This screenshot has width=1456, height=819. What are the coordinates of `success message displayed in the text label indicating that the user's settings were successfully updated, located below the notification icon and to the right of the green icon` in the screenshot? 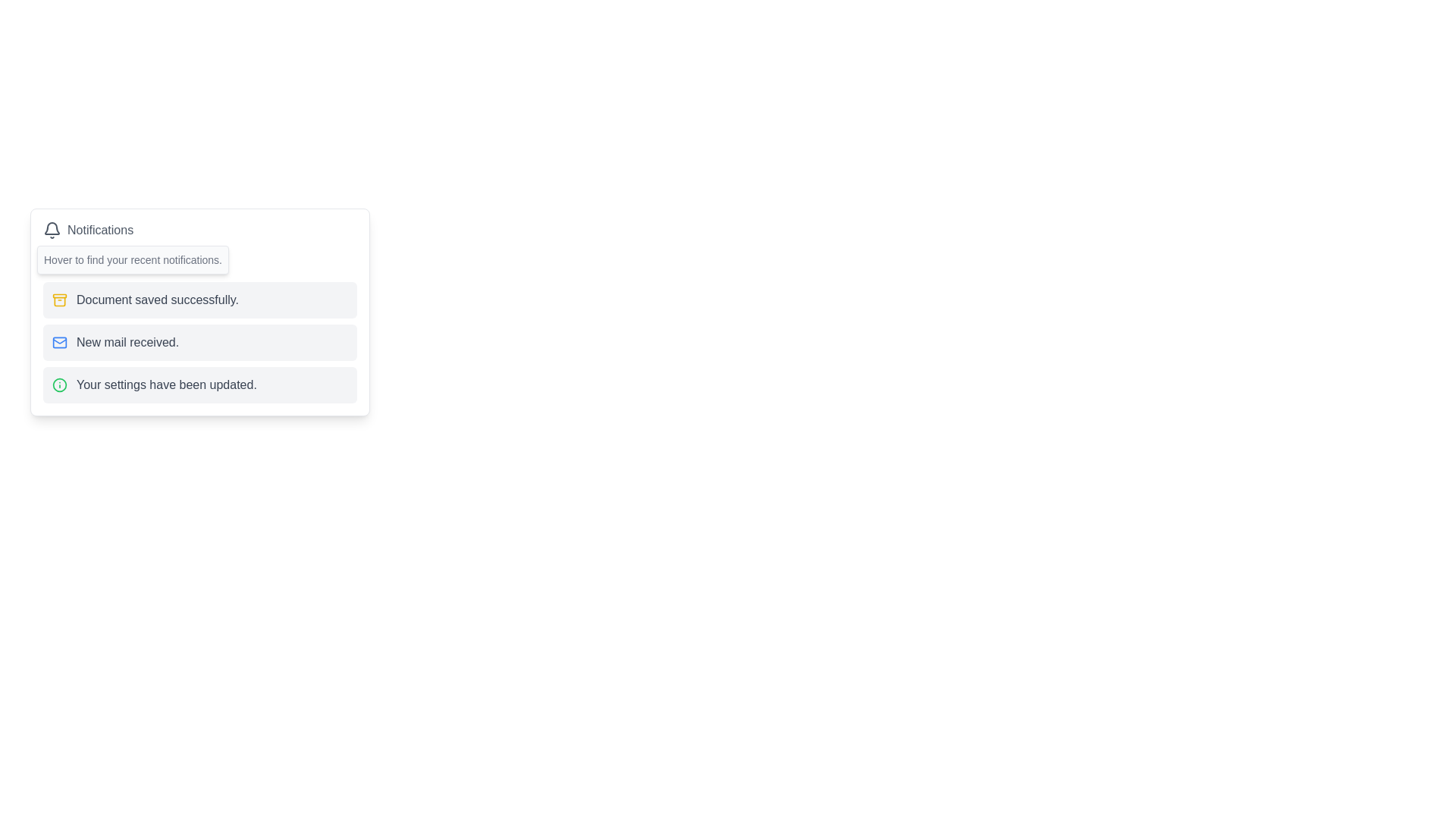 It's located at (166, 384).